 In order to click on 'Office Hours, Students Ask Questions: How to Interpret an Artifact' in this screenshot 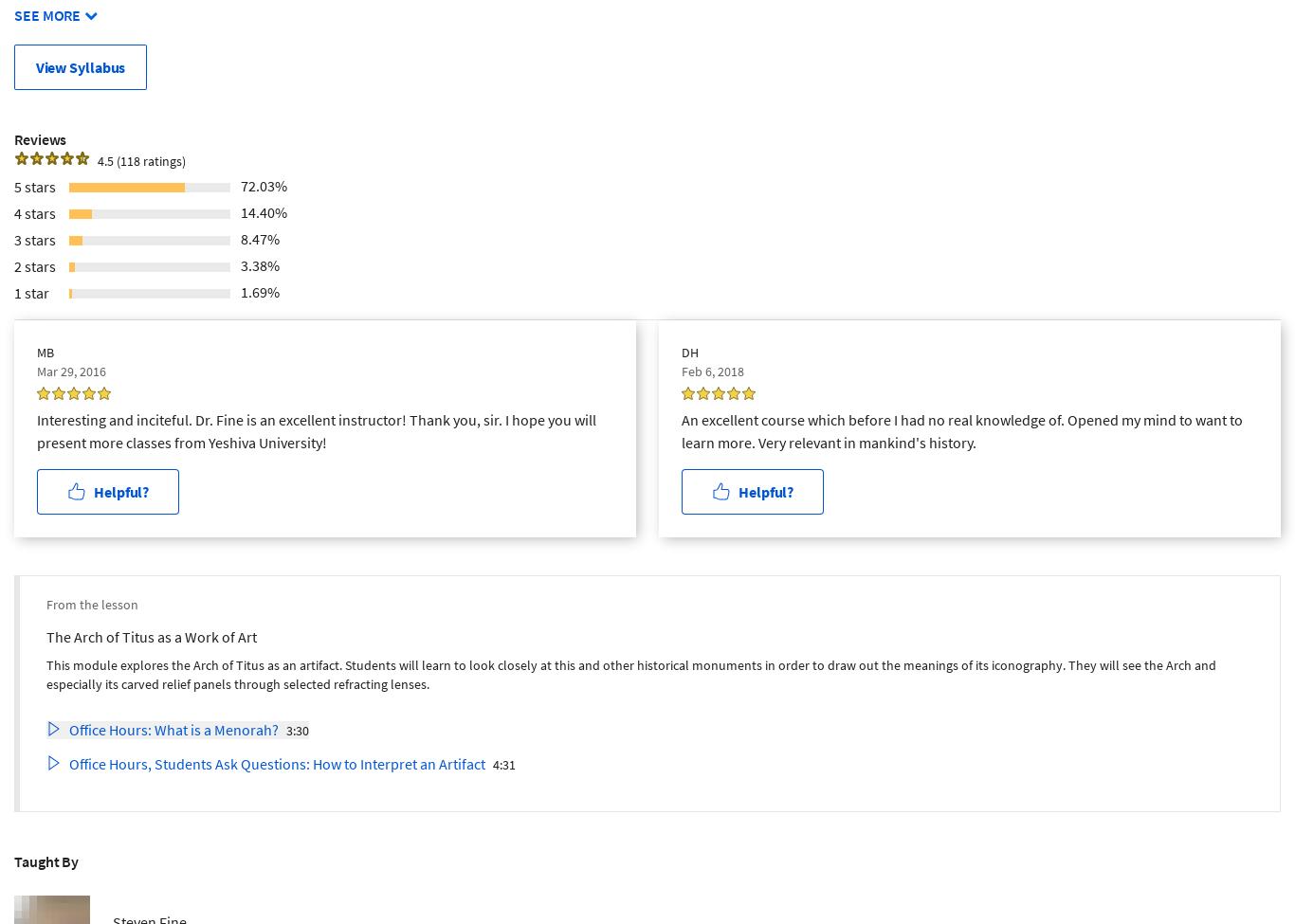, I will do `click(277, 762)`.